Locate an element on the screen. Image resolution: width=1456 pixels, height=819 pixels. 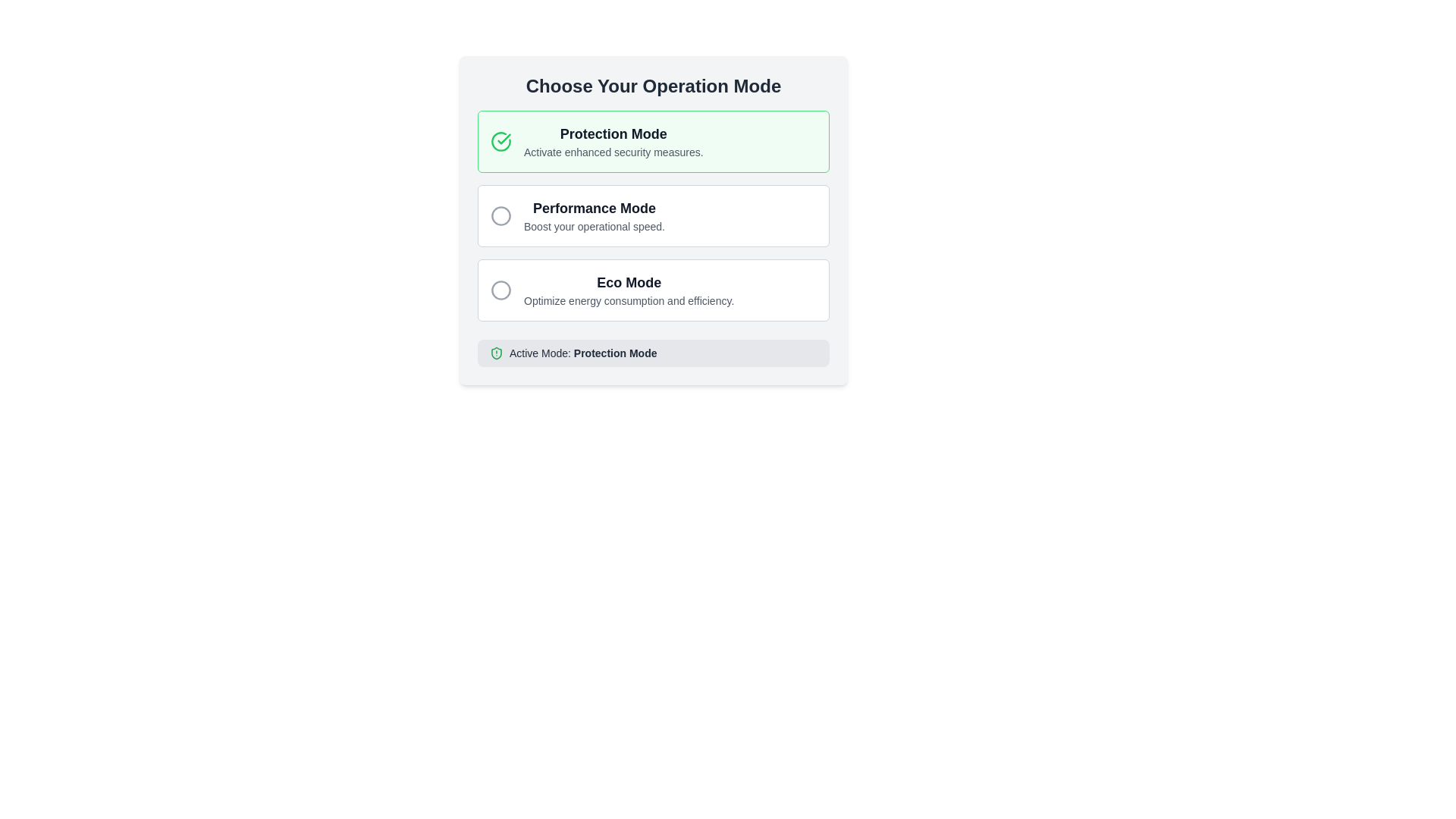
the icon indicating the active mode, which highlights the protection mode with an alert warning symbol, located to the left of the text 'Active Mode: Protection Mode.' is located at coordinates (496, 353).